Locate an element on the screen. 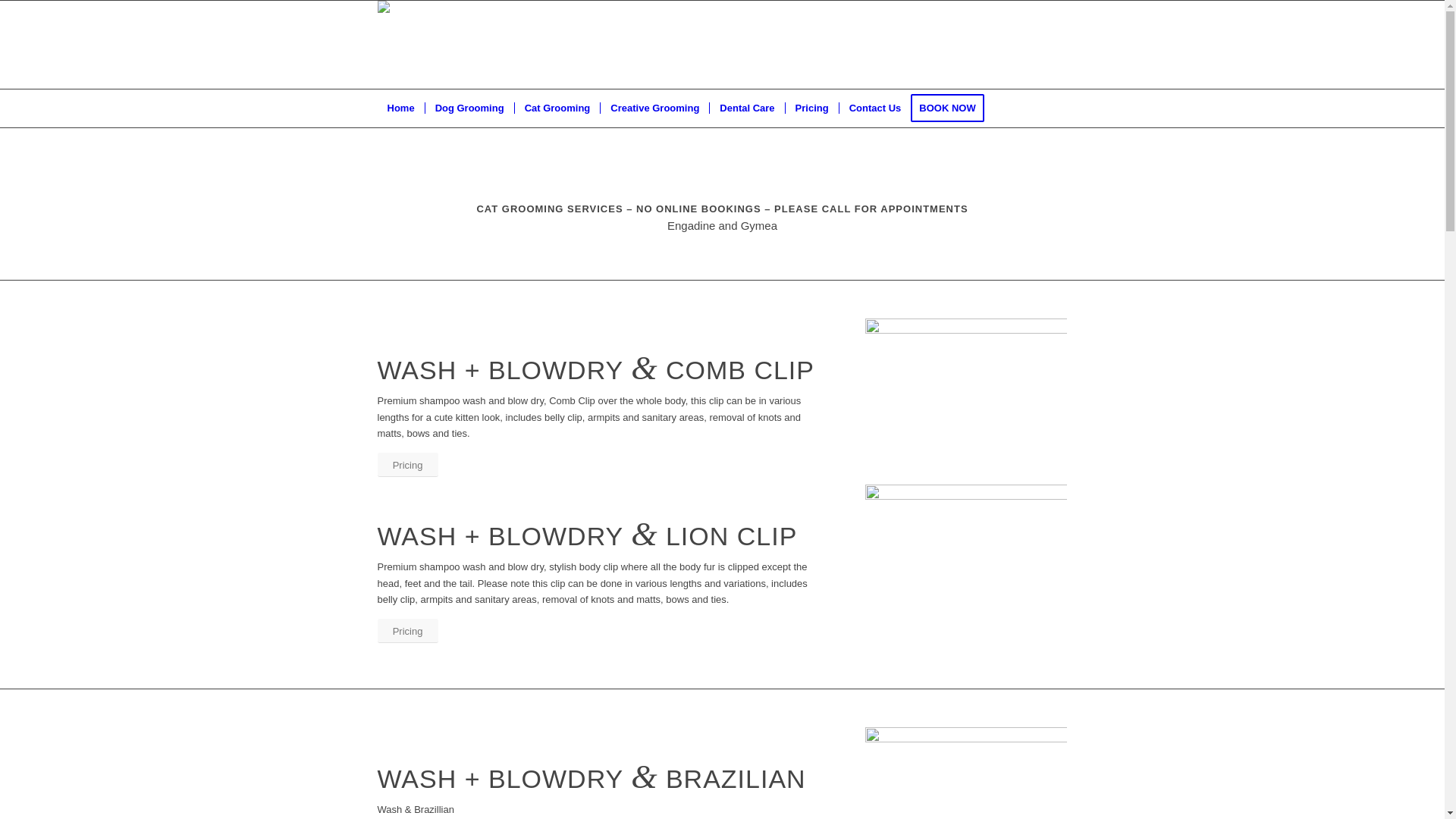  'Pricing' is located at coordinates (407, 464).